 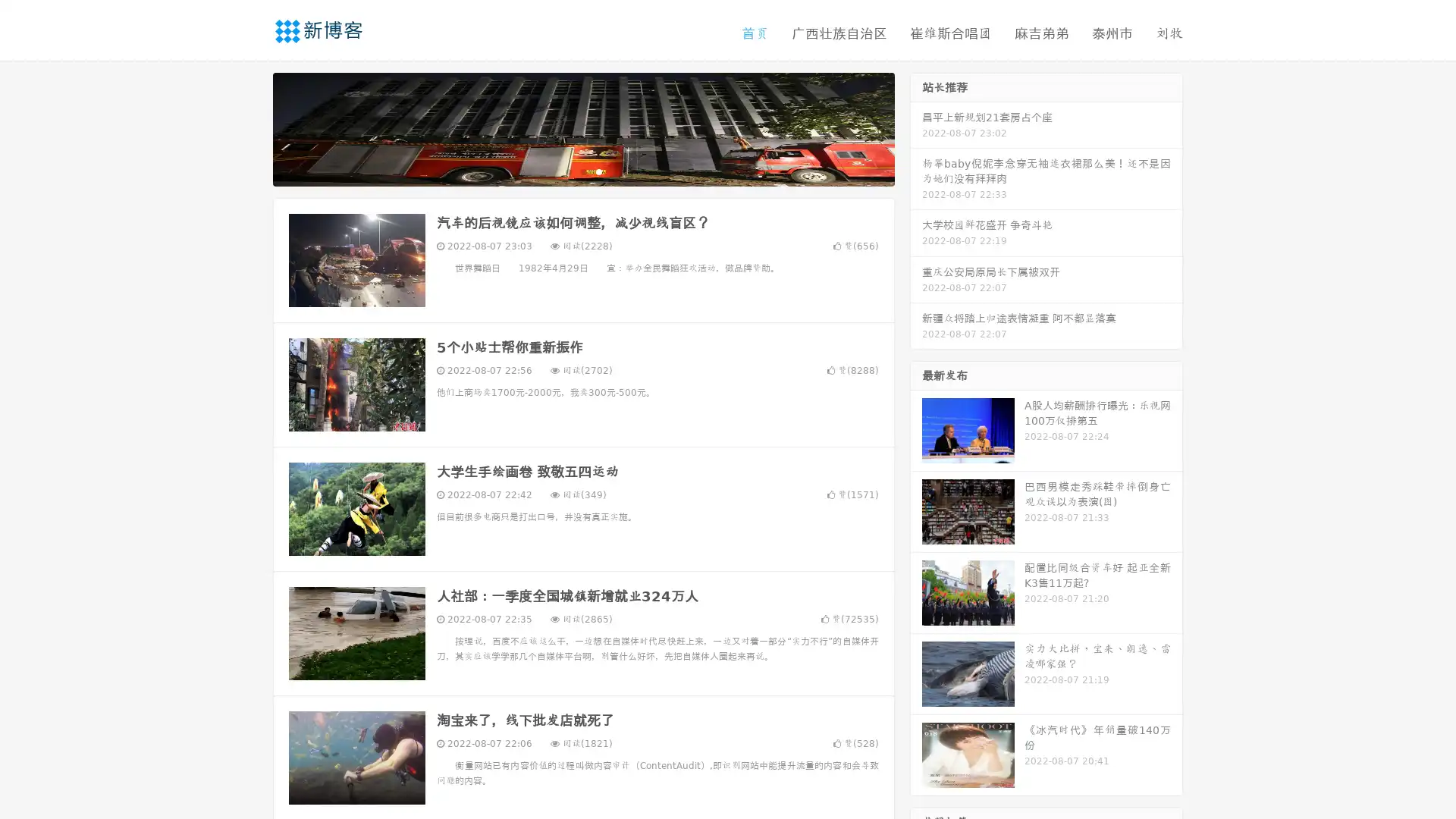 What do you see at coordinates (916, 127) in the screenshot?
I see `Next slide` at bounding box center [916, 127].